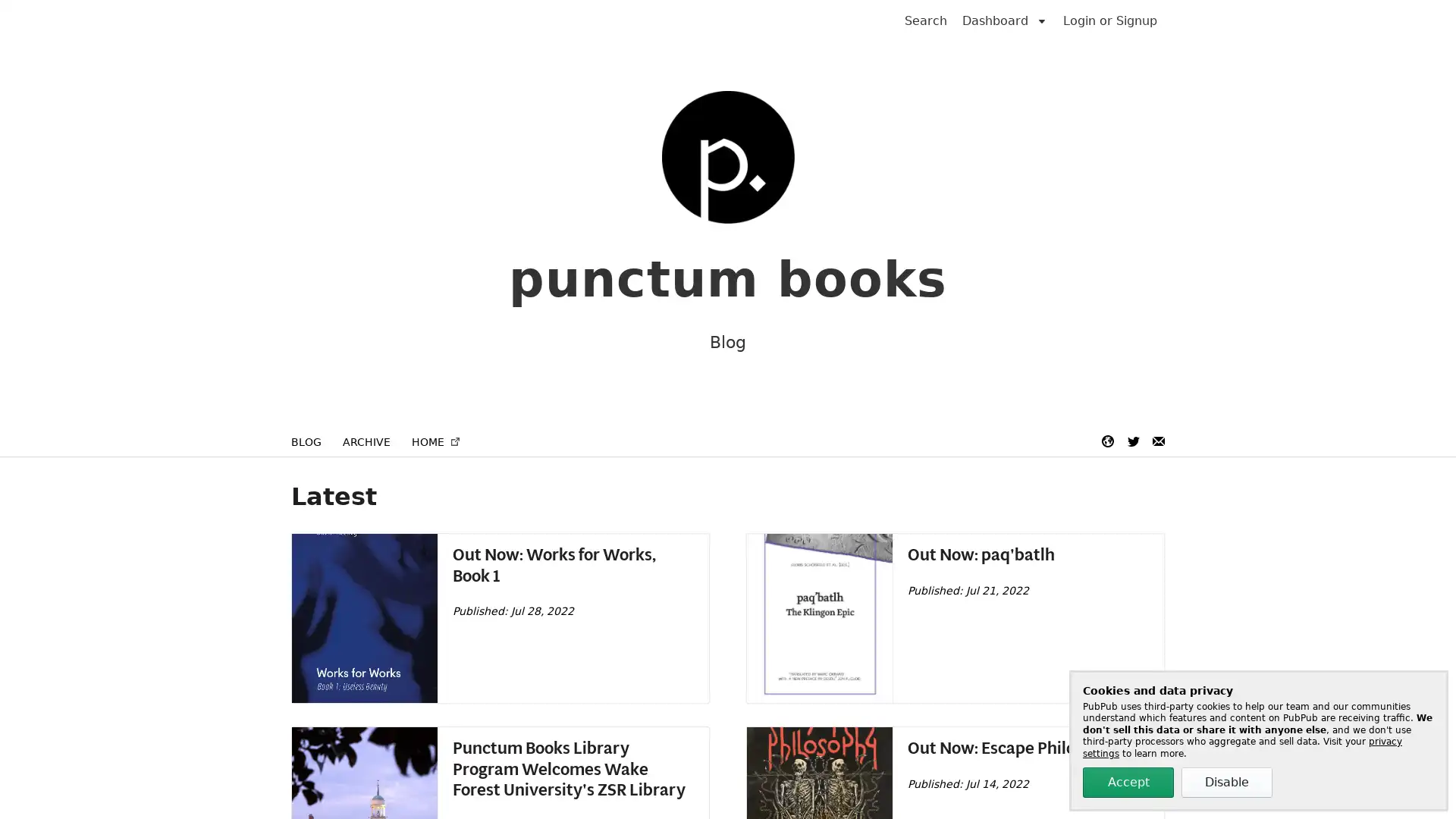 The width and height of the screenshot is (1456, 819). I want to click on Login or Signup, so click(1110, 20).